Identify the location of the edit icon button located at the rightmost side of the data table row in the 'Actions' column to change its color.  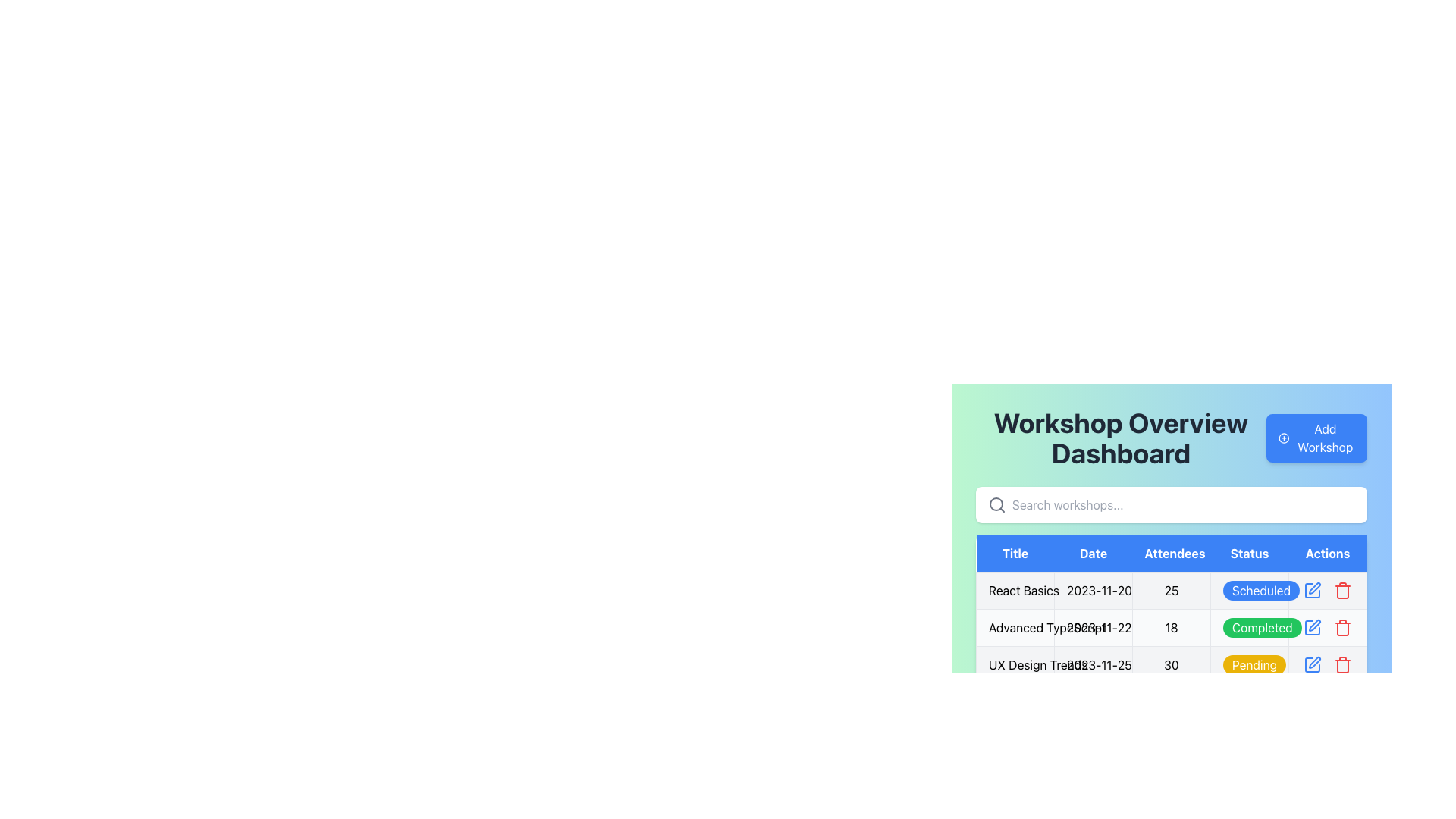
(1312, 590).